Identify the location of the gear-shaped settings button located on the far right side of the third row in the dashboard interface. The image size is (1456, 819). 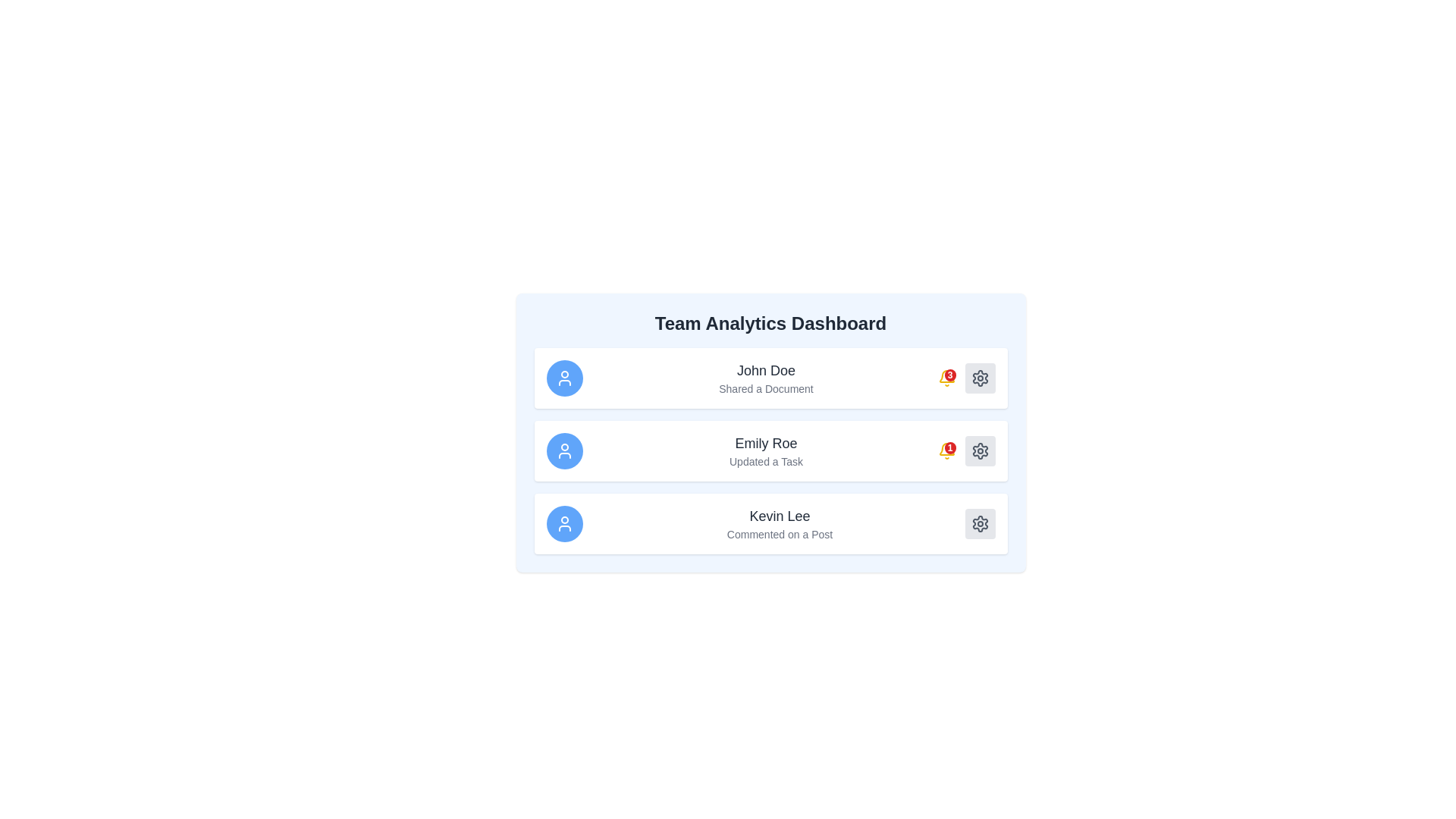
(980, 450).